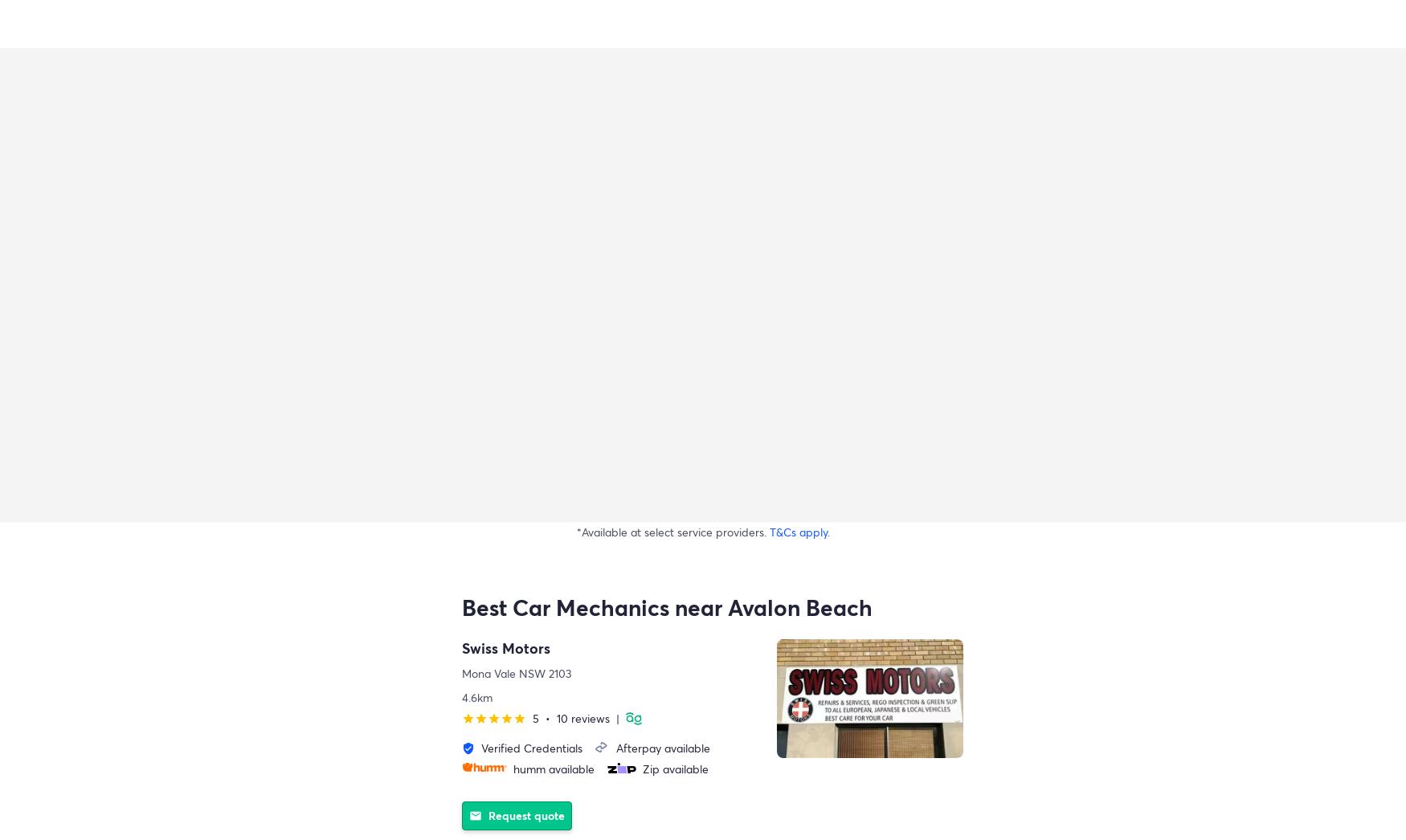  I want to click on '*Available at select service providers.', so click(672, 531).